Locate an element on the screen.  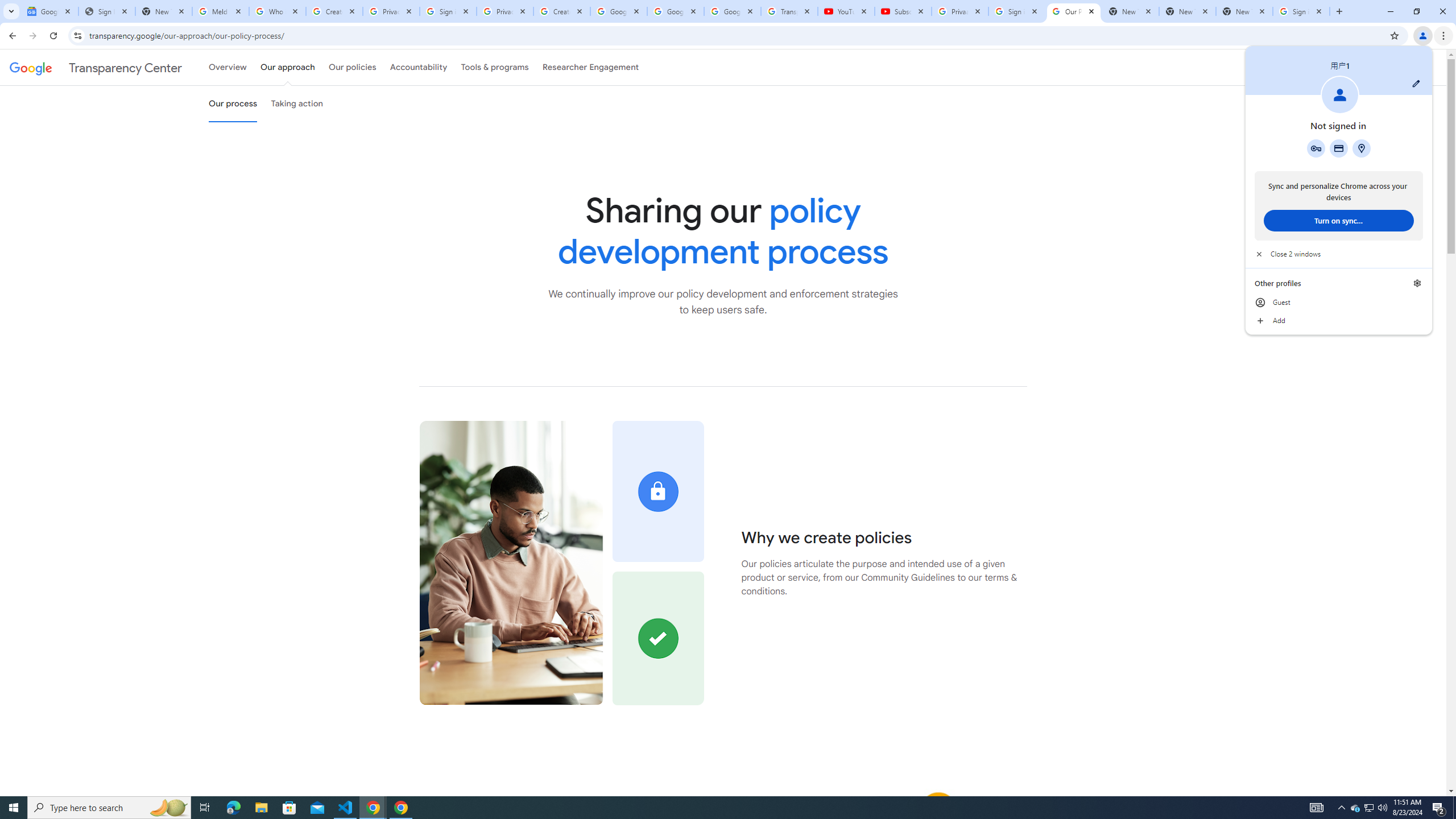
'Show desktop' is located at coordinates (1454, 806).